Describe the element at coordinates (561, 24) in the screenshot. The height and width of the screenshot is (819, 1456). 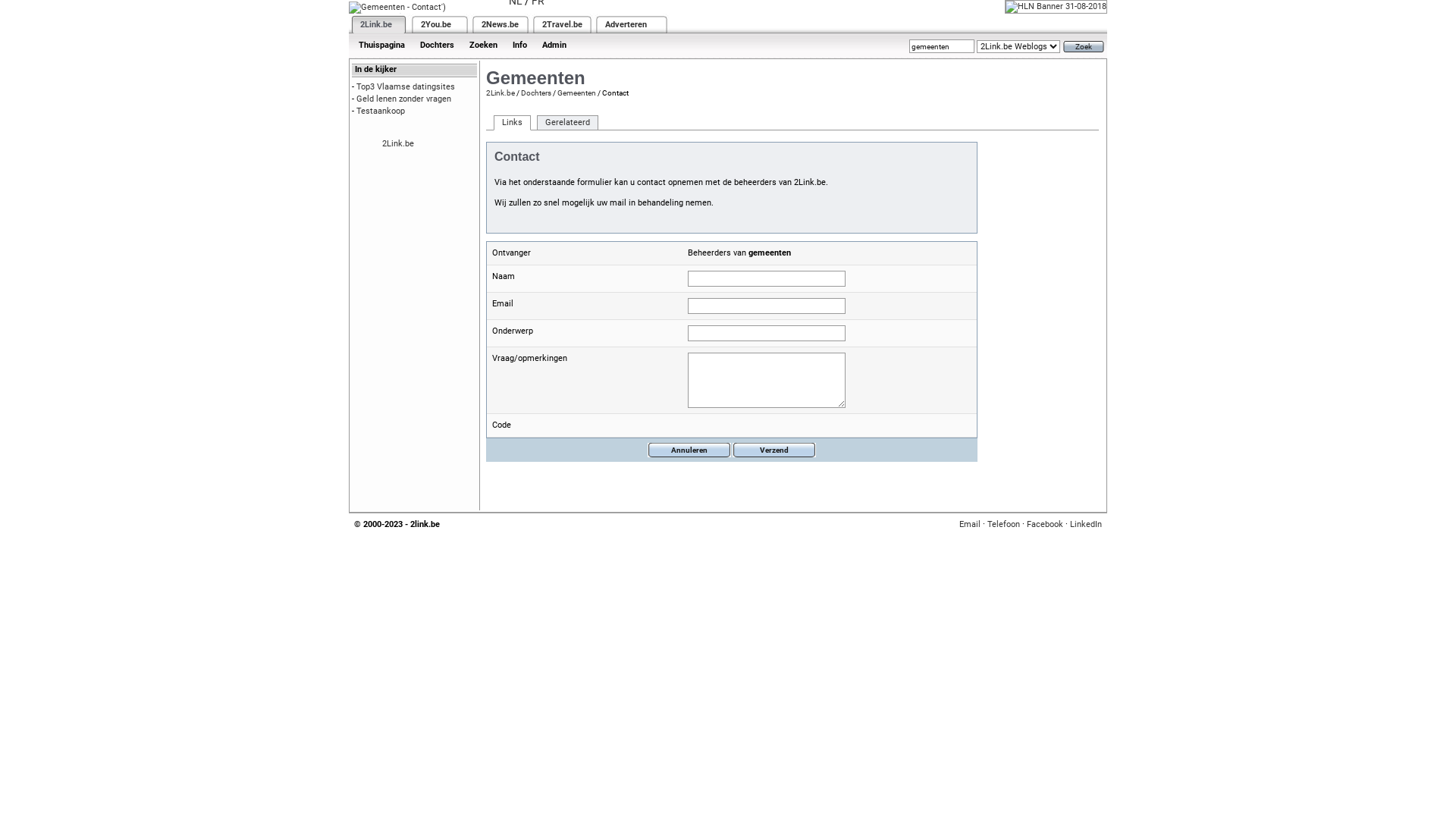
I see `'2Travel.be'` at that location.